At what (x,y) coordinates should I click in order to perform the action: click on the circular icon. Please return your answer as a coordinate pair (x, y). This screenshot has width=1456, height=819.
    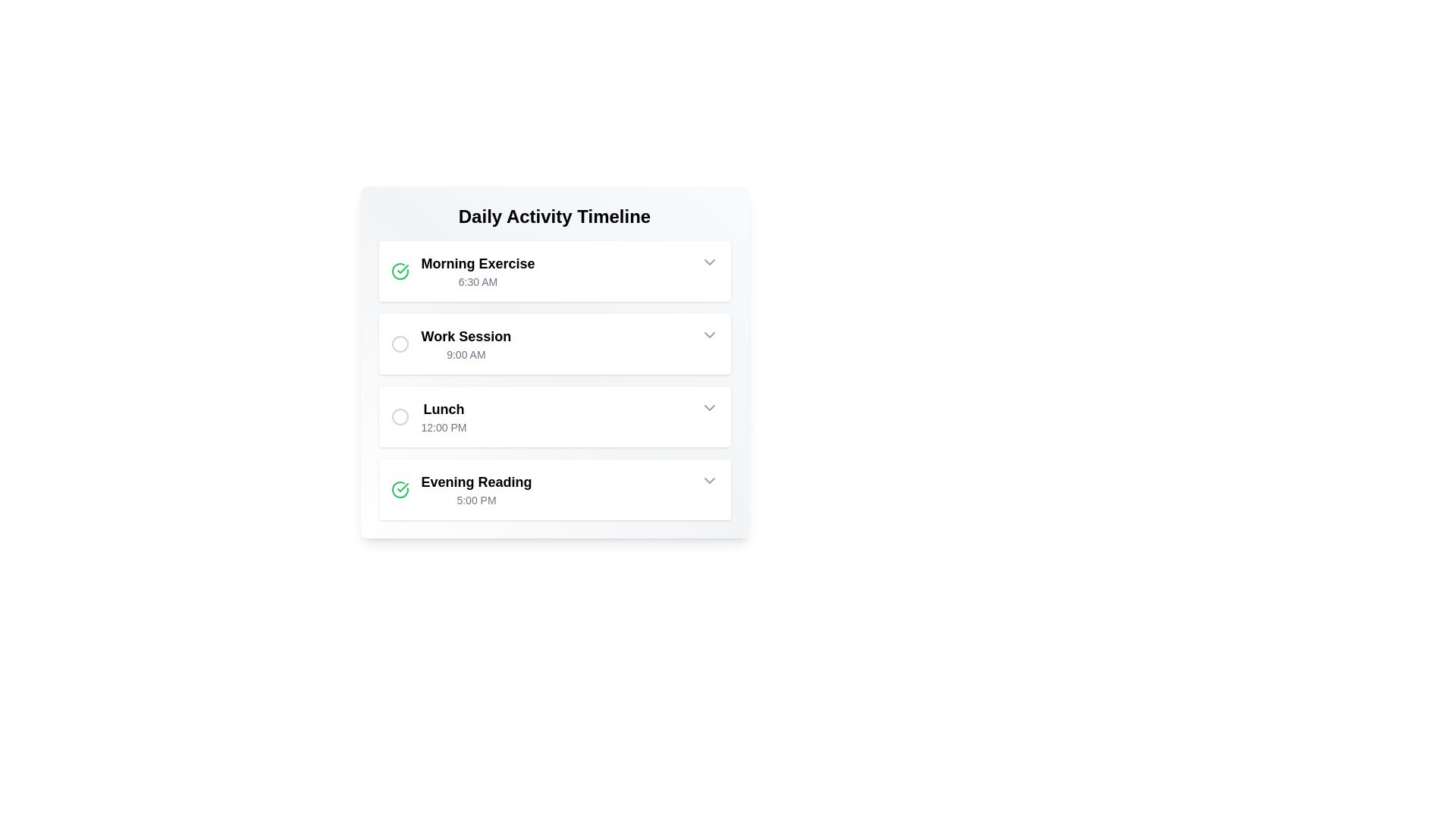
    Looking at the image, I should click on (450, 344).